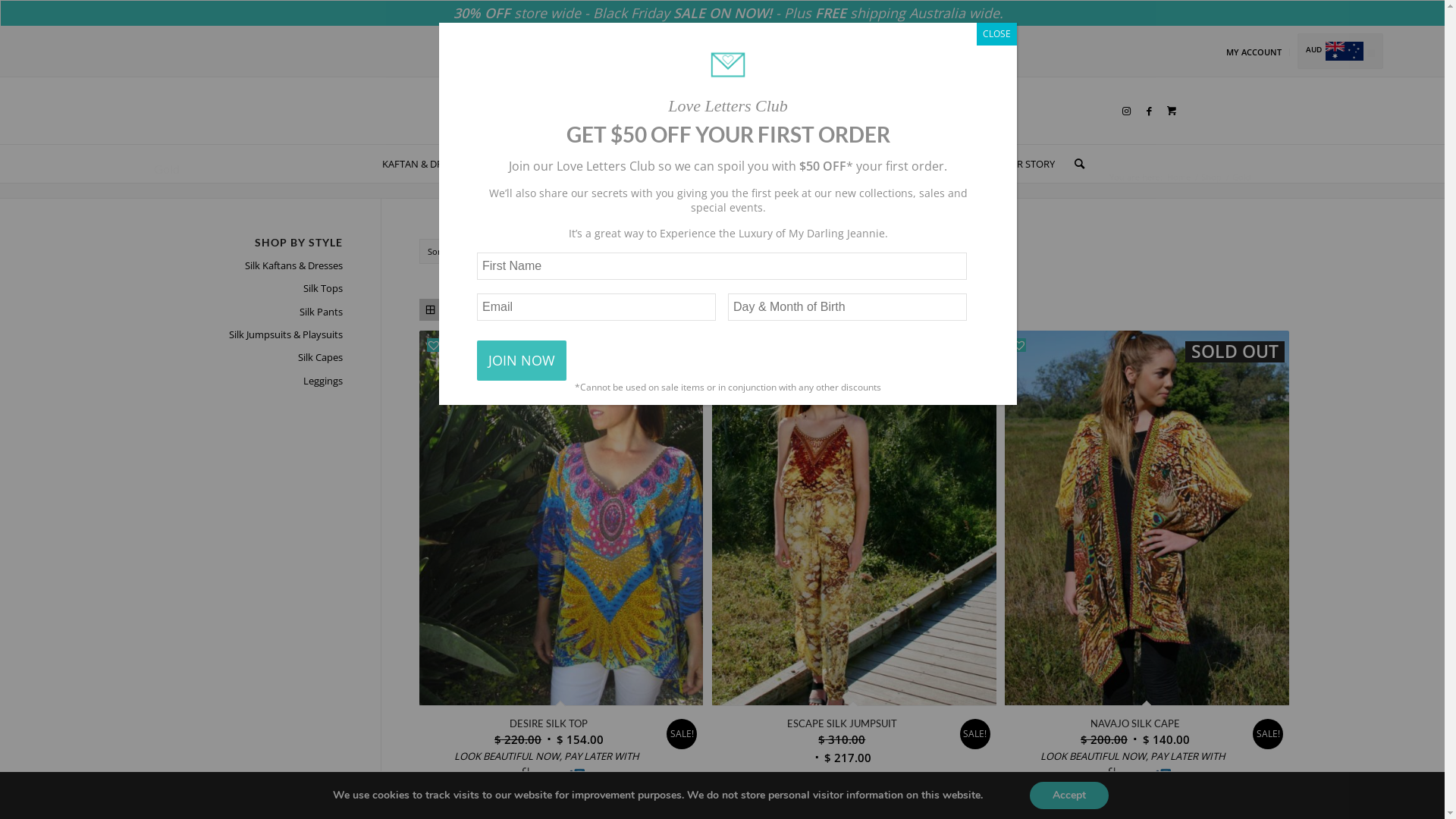 Image resolution: width=1456 pixels, height=819 pixels. What do you see at coordinates (247, 334) in the screenshot?
I see `'Silk Jumpsuits & Playsuits'` at bounding box center [247, 334].